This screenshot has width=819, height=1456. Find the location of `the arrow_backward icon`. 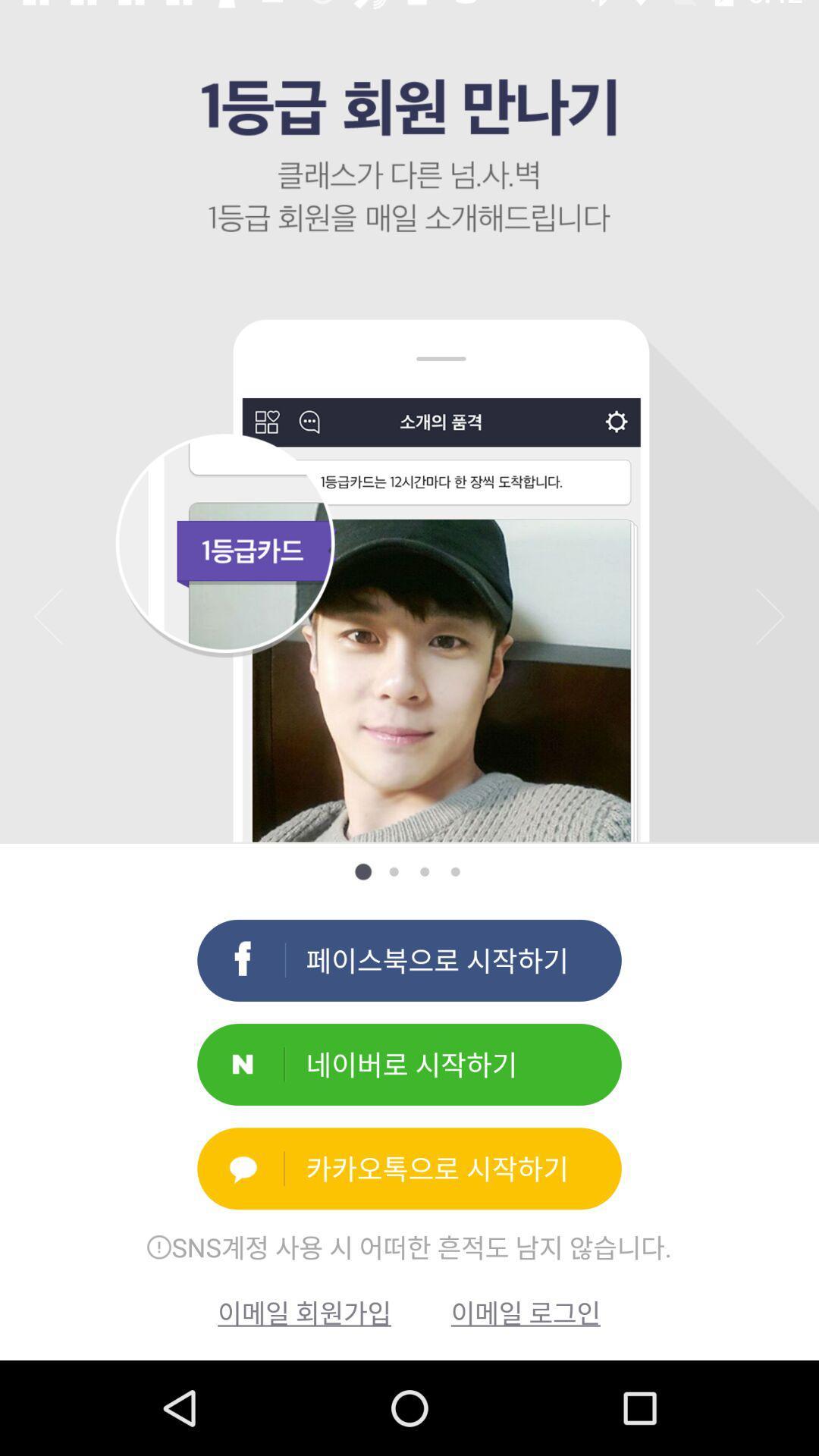

the arrow_backward icon is located at coordinates (48, 616).